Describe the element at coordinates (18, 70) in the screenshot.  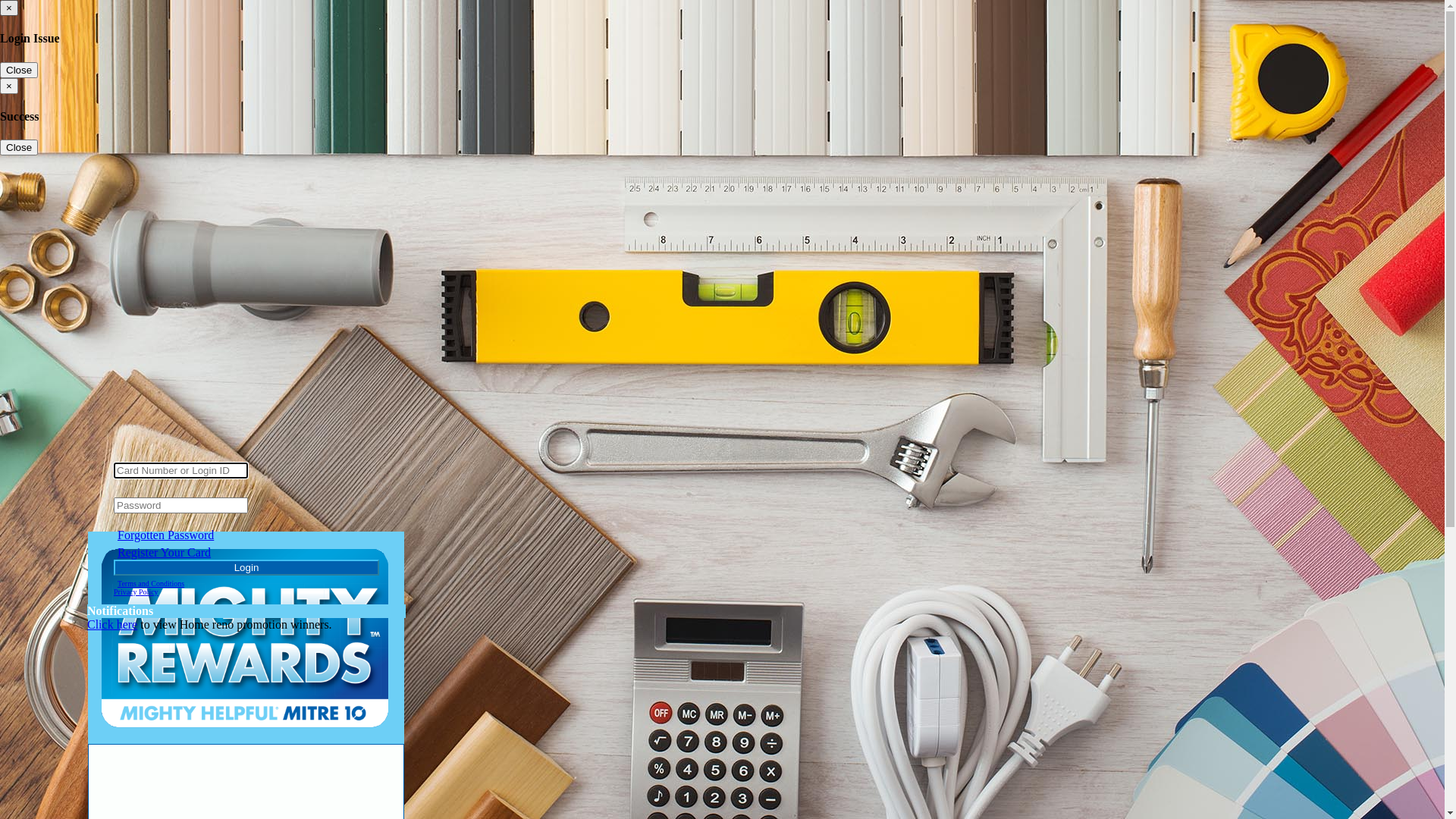
I see `'Close'` at that location.